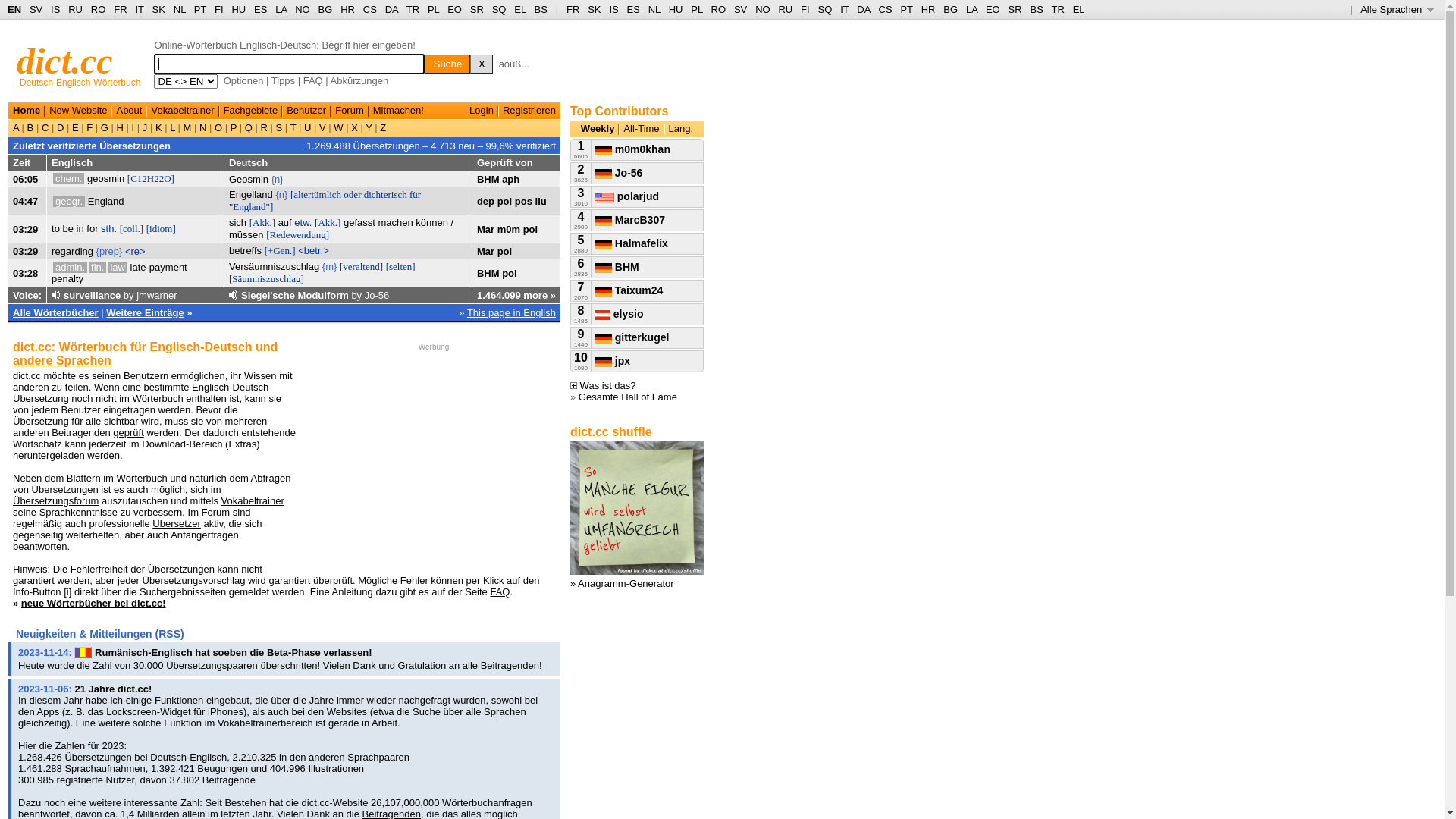  Describe the element at coordinates (927, 9) in the screenshot. I see `'HR'` at that location.